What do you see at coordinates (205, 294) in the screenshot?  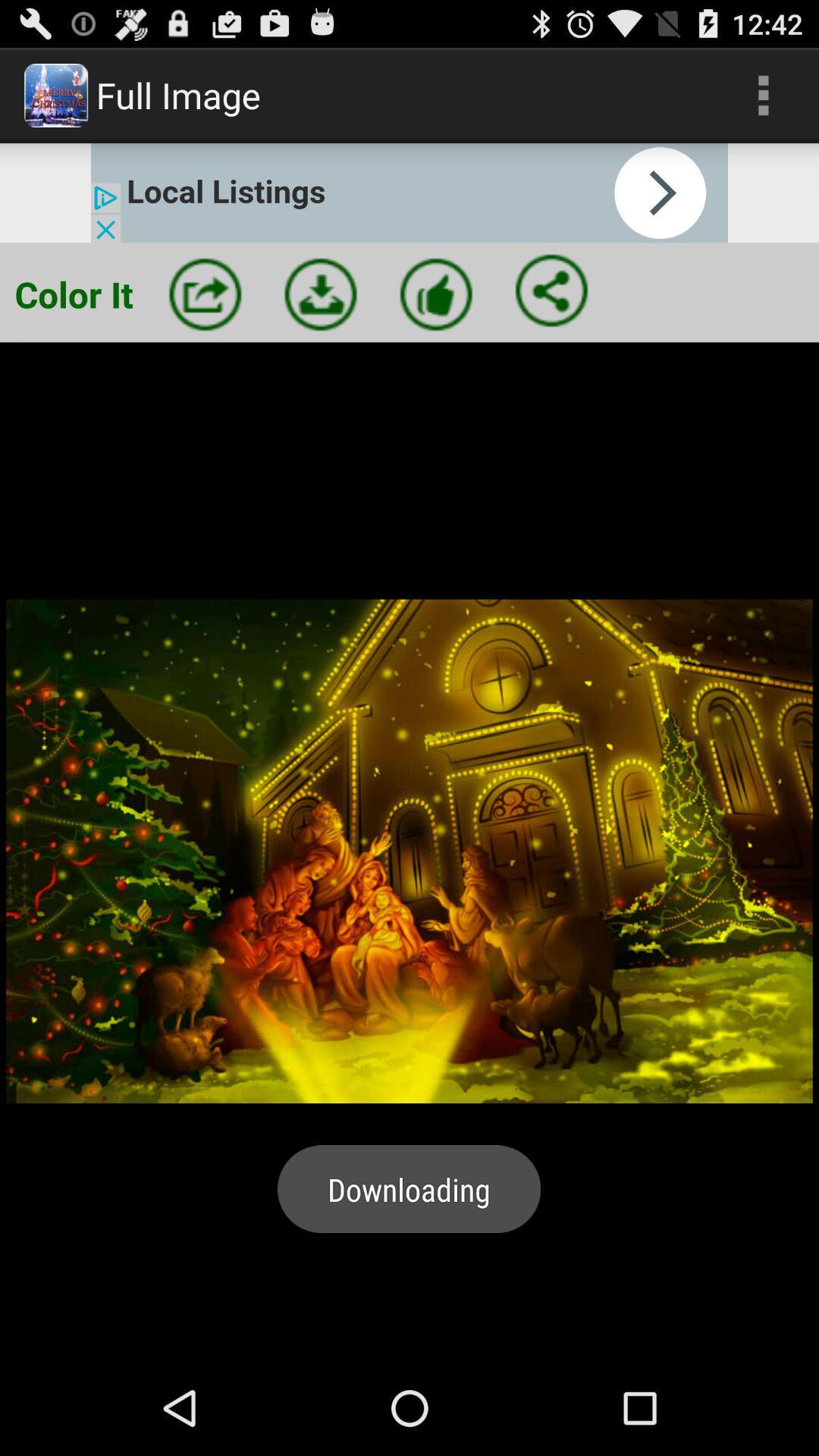 I see `new` at bounding box center [205, 294].